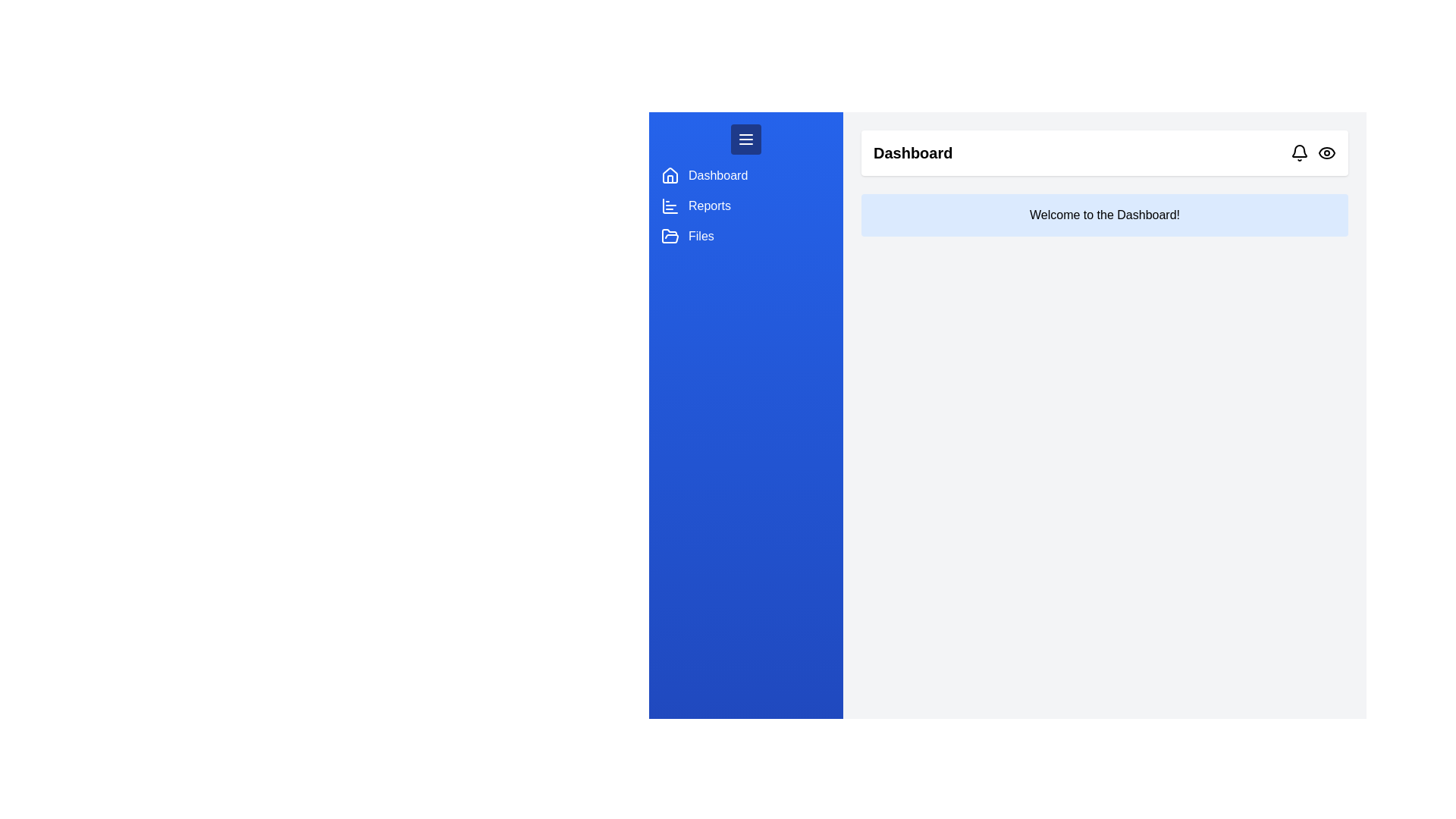 The height and width of the screenshot is (819, 1456). I want to click on the 'Reports' text label in the vertical navigation menu, so click(709, 206).